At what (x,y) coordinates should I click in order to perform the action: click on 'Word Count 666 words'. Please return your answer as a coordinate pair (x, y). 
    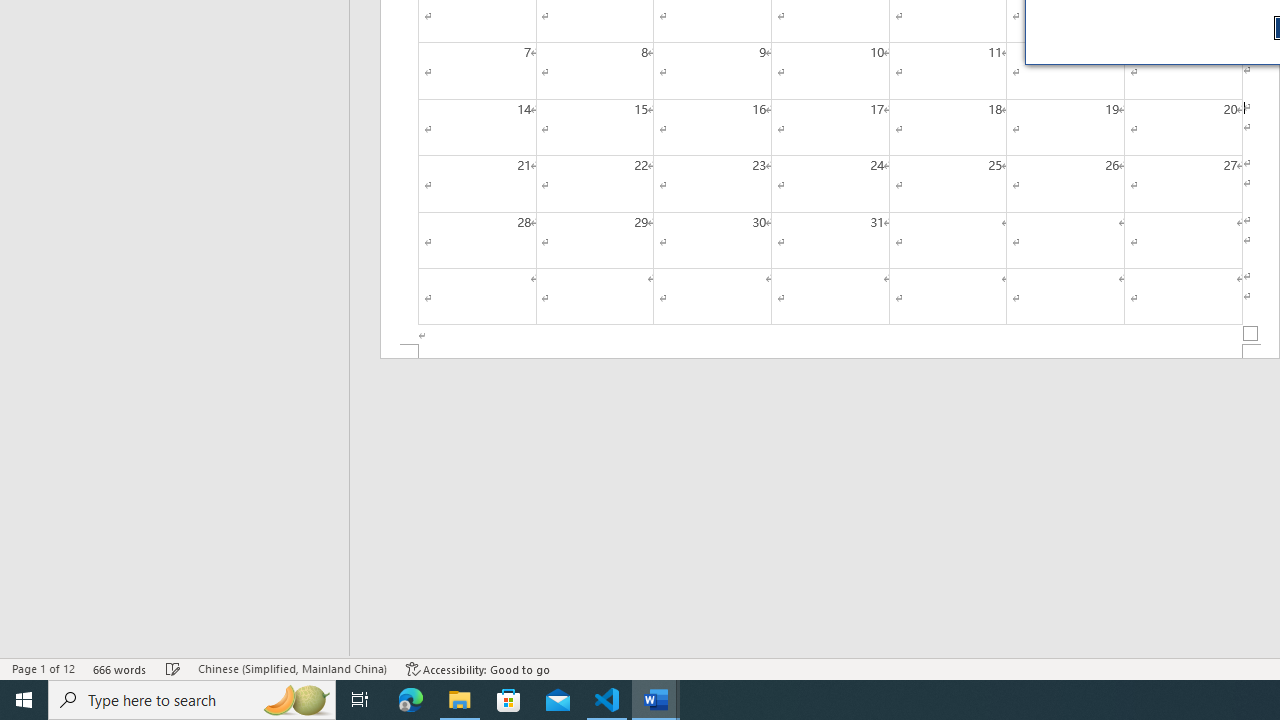
    Looking at the image, I should click on (119, 669).